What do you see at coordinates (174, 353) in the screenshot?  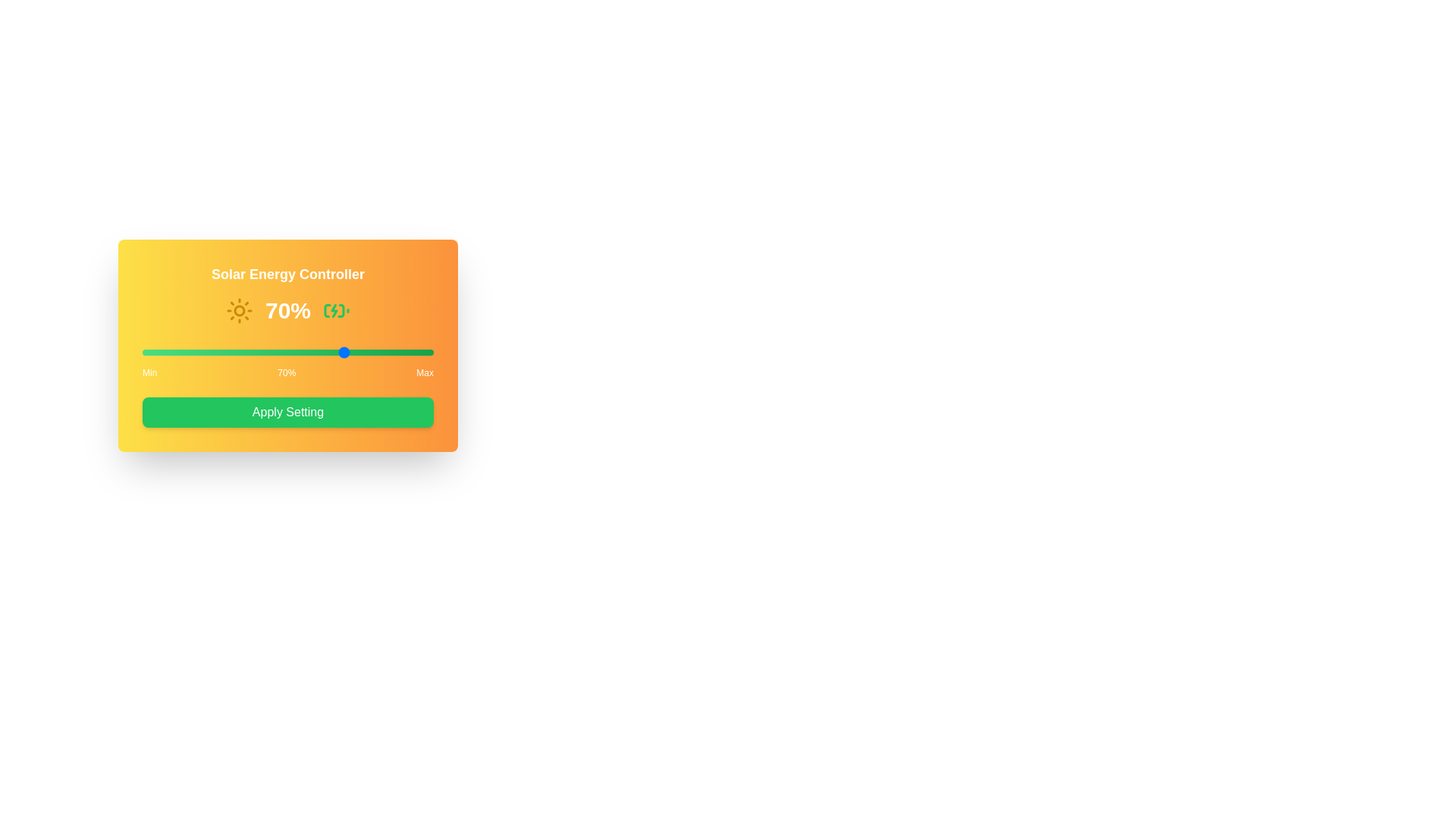 I see `the solar input slider to 11%` at bounding box center [174, 353].